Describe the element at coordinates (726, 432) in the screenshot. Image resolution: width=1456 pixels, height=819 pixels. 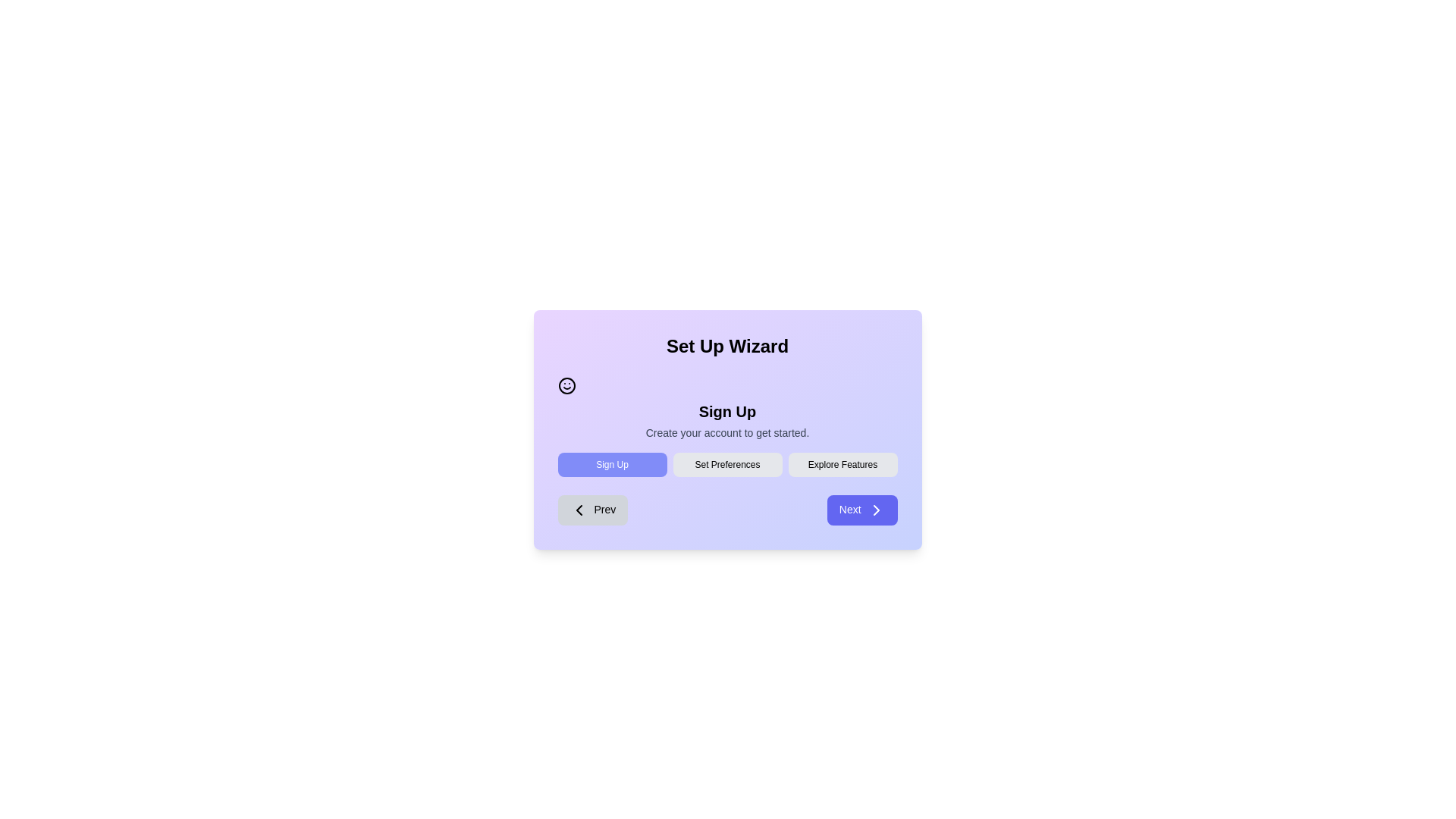
I see `the instructional message that guides the user to create an account, located below the 'Sign Up' heading` at that location.